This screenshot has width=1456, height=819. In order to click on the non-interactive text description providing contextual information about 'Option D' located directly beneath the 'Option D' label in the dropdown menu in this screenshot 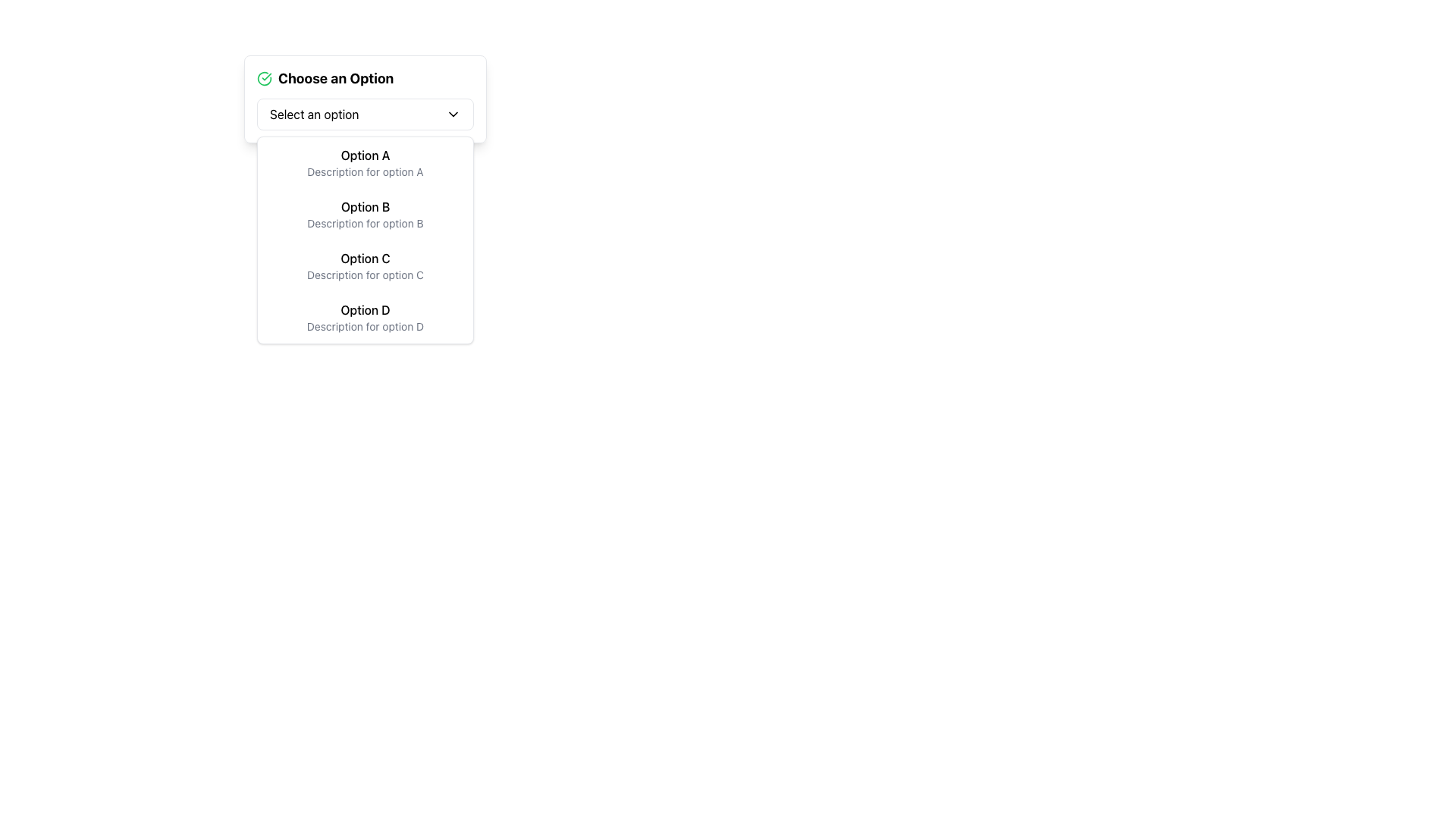, I will do `click(365, 326)`.